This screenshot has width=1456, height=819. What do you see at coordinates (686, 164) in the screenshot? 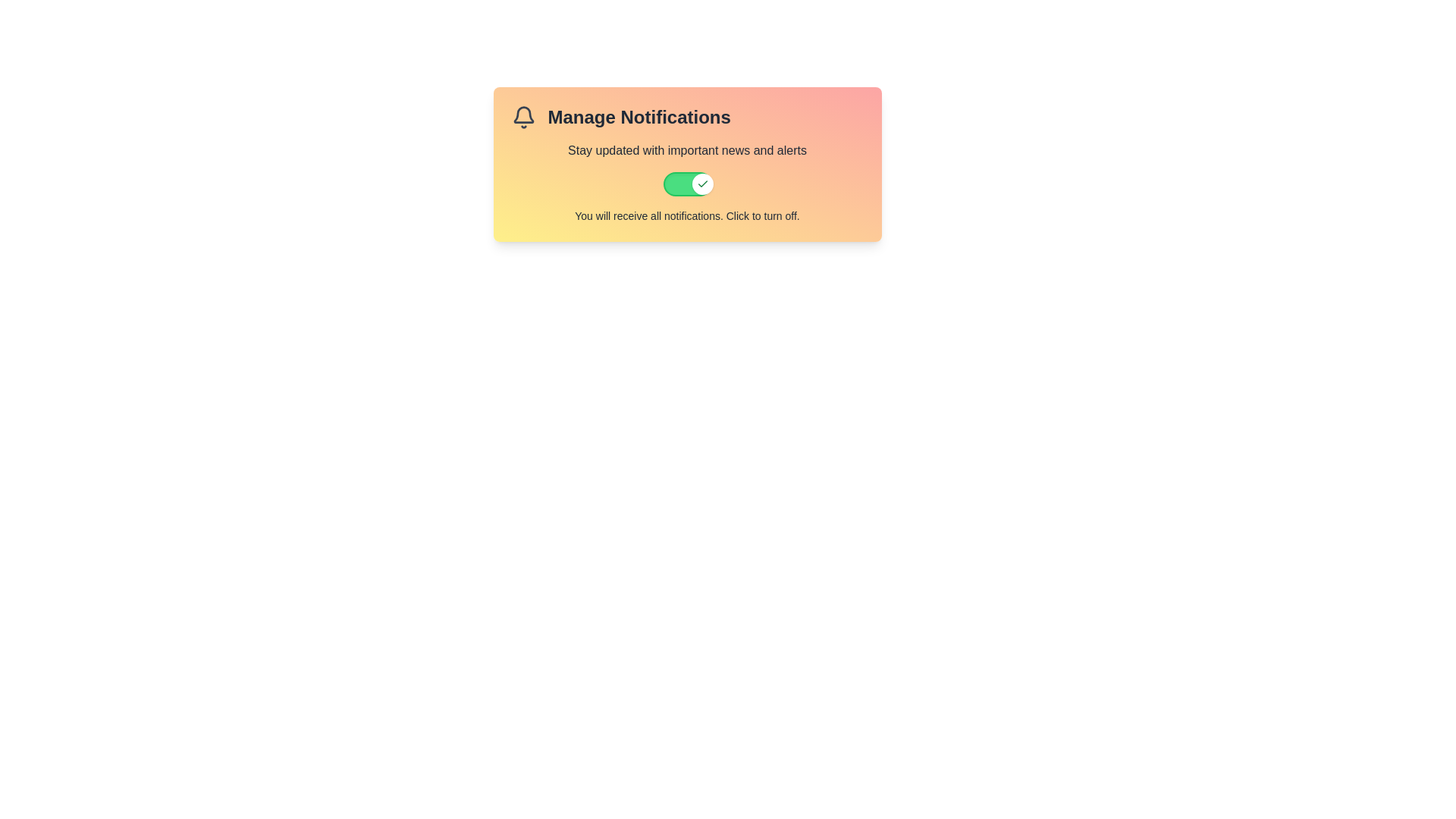
I see `the toggle switch with a green background and a white circular handle containing a checkmark symbol to switch its state, located centrally below the 'Manage Notifications' headline` at bounding box center [686, 164].